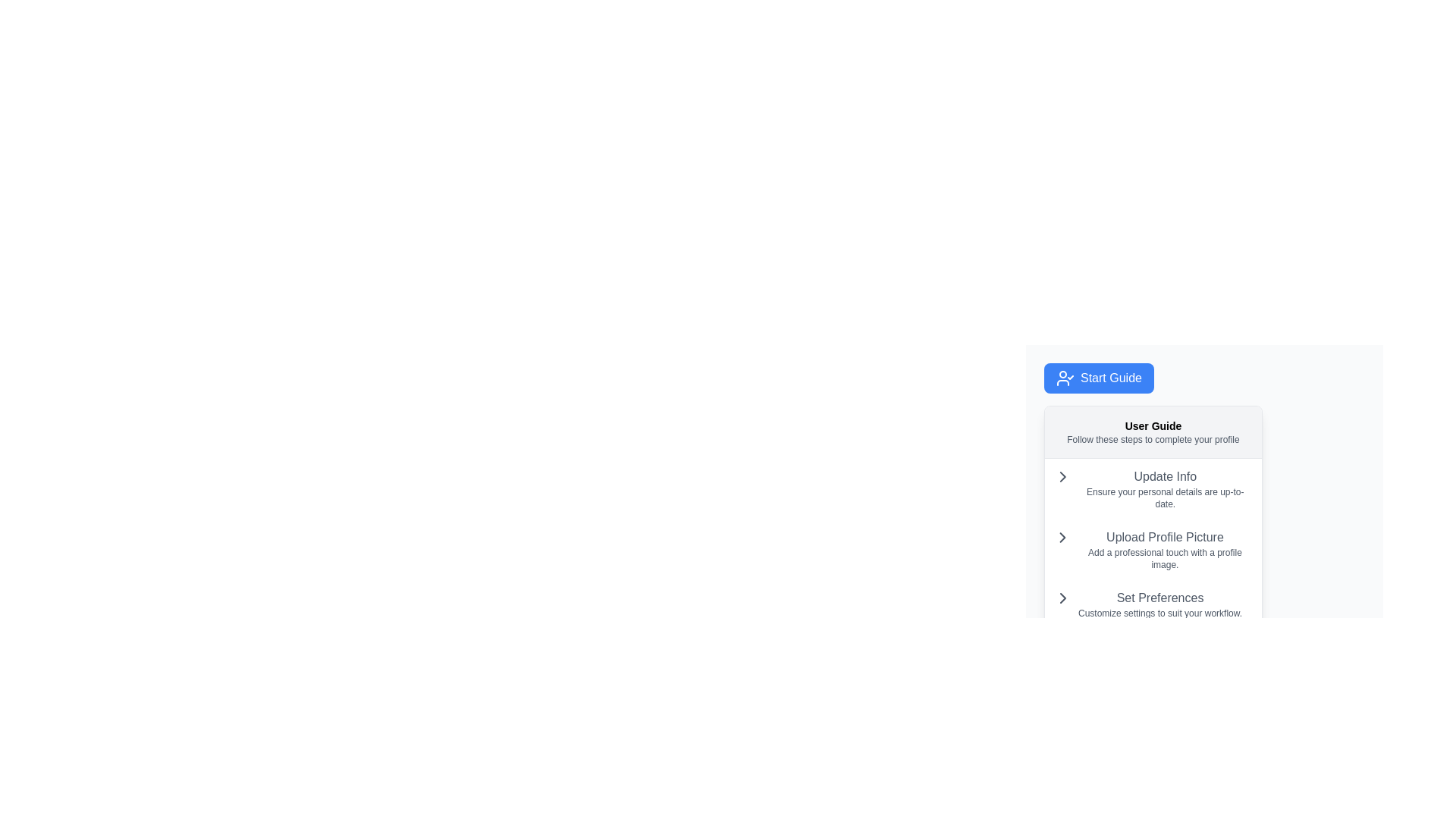 This screenshot has height=819, width=1456. I want to click on the 'Upload Profile Picture' navigation link, so click(1153, 550).